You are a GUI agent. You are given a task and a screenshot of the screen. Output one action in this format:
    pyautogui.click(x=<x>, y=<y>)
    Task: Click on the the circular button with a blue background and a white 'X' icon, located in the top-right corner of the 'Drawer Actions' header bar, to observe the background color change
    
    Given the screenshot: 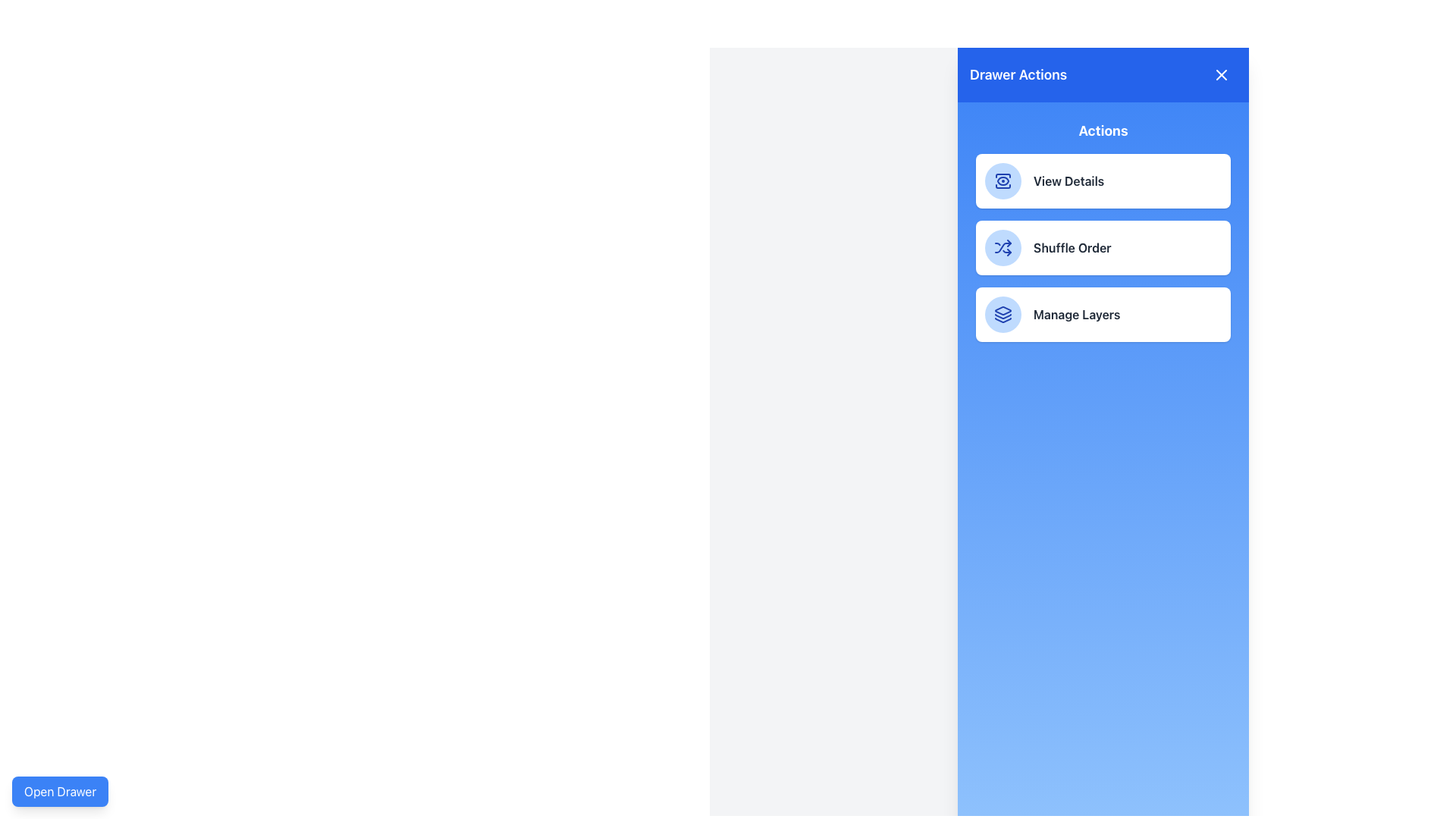 What is the action you would take?
    pyautogui.click(x=1222, y=75)
    